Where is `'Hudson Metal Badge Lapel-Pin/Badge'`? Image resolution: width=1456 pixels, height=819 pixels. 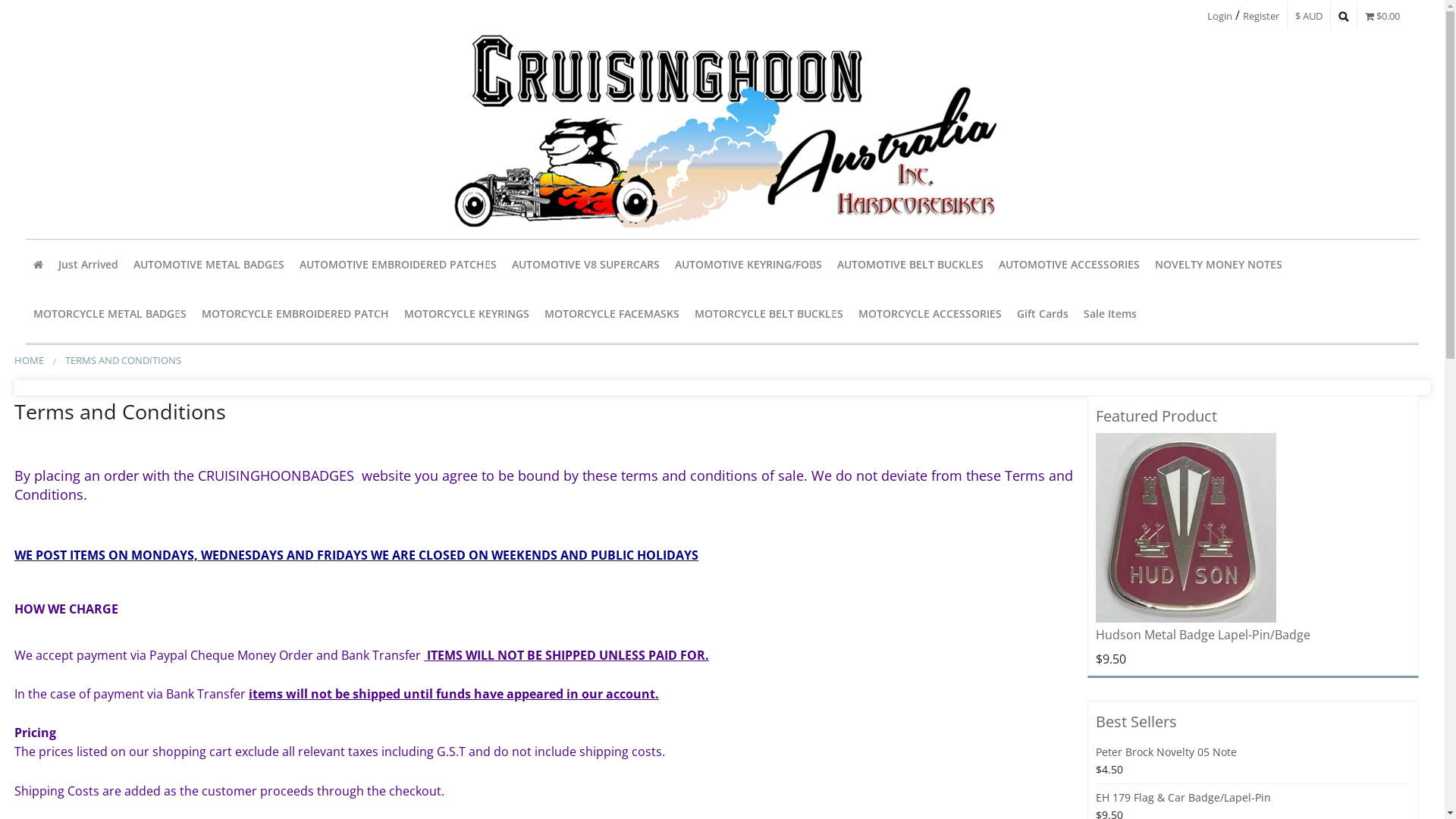
'Hudson Metal Badge Lapel-Pin/Badge' is located at coordinates (1095, 526).